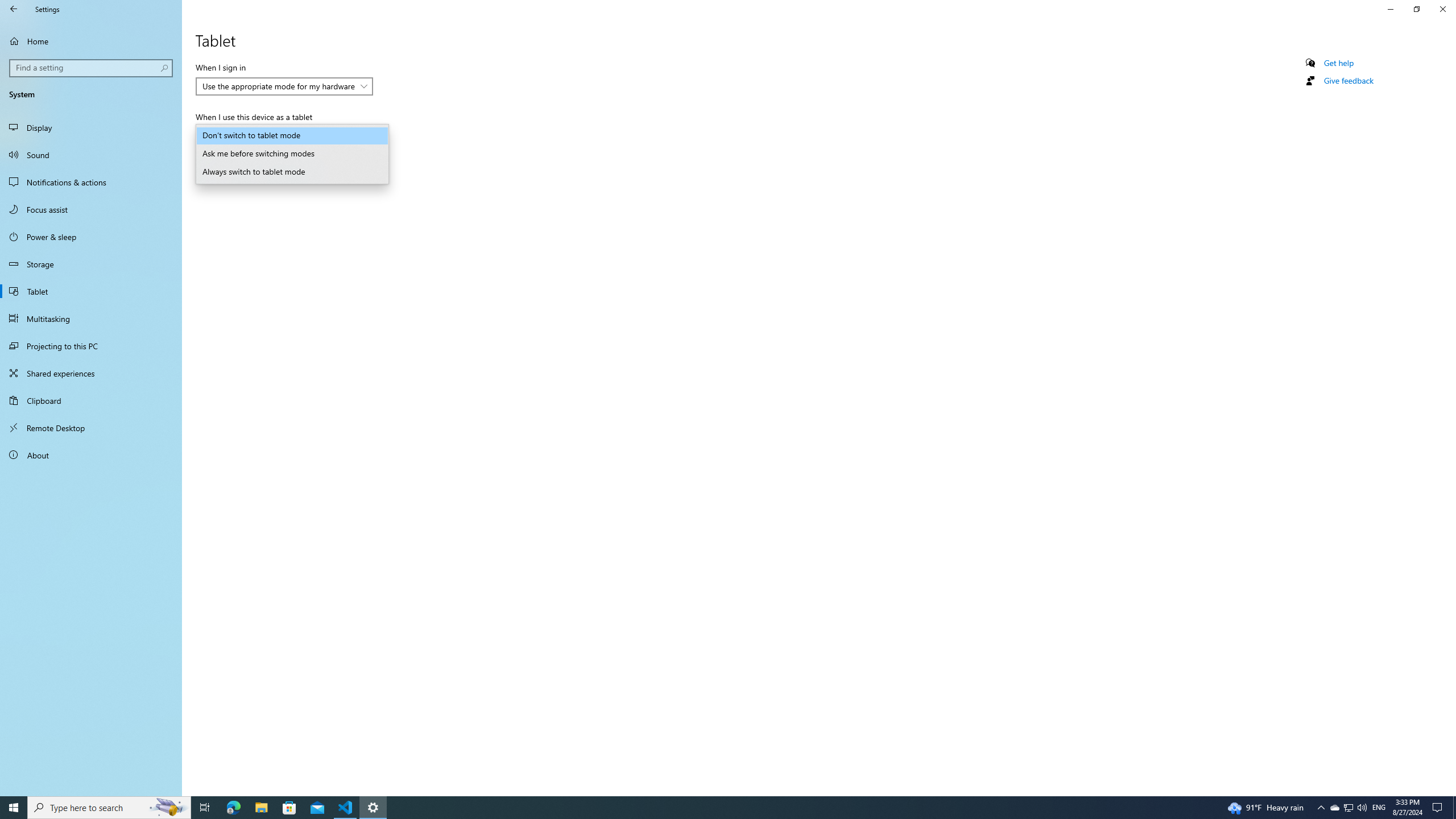 The height and width of the screenshot is (819, 1456). Describe the element at coordinates (283, 85) in the screenshot. I see `'When I sign in'` at that location.